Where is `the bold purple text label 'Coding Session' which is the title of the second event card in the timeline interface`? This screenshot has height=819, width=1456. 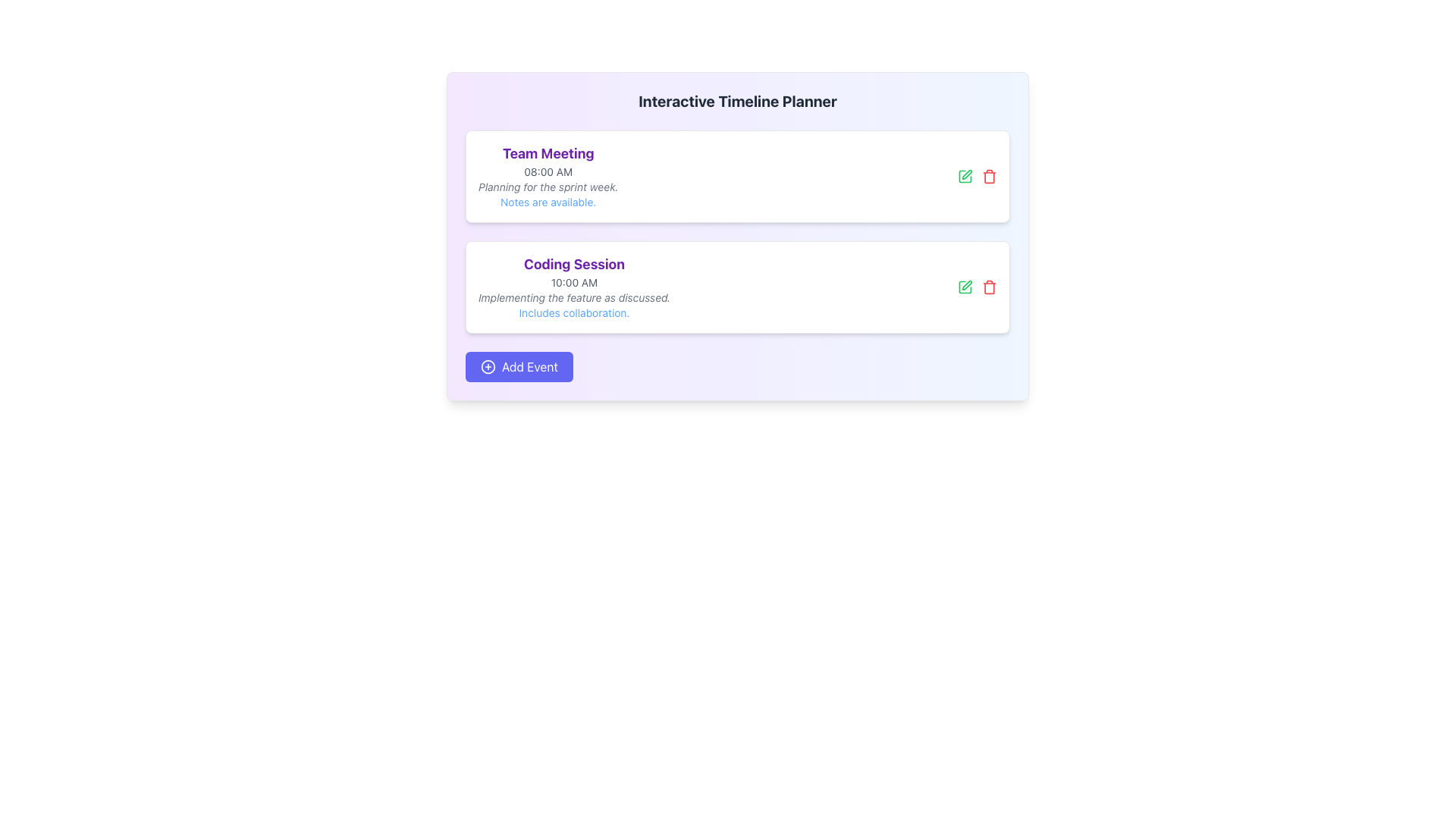
the bold purple text label 'Coding Session' which is the title of the second event card in the timeline interface is located at coordinates (573, 263).